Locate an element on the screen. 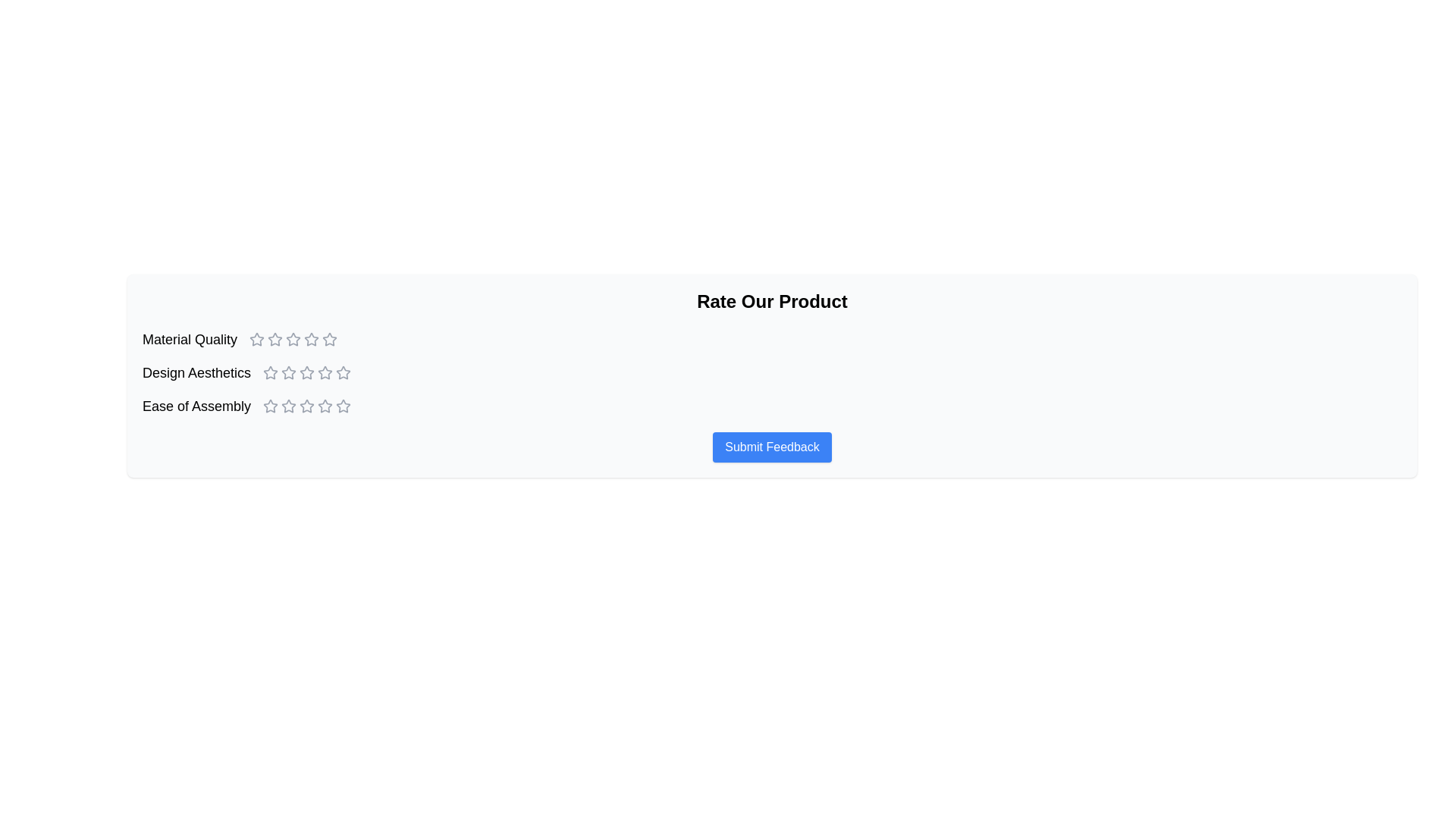  the first hollow star icon in the 5-star rating component for 'Ease of Assembly' is located at coordinates (271, 405).